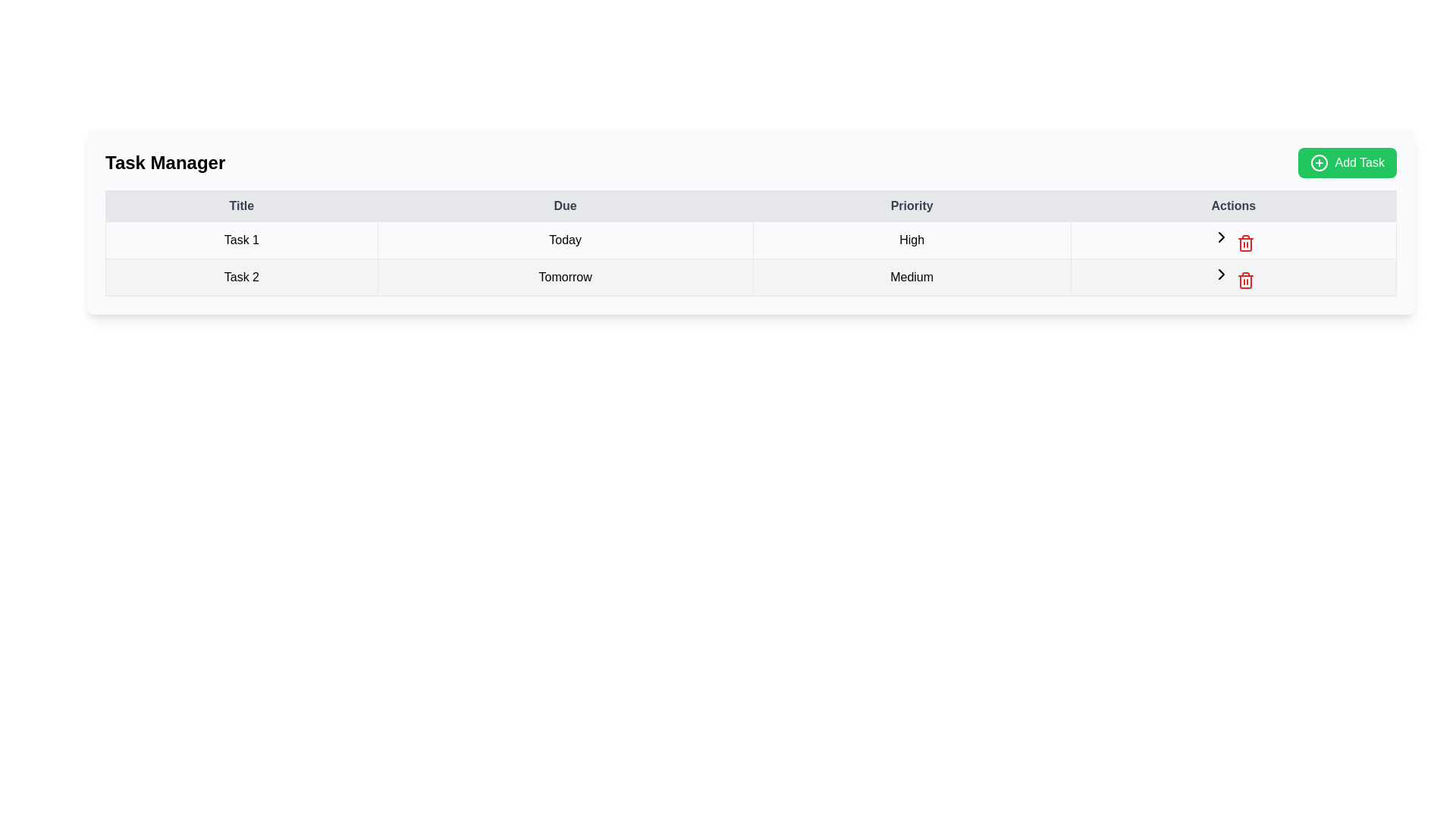  Describe the element at coordinates (1221, 237) in the screenshot. I see `the chevron icon in the 'Actions' column of the task list for 'Task 2' to trigger a tooltip or visual feedback` at that location.